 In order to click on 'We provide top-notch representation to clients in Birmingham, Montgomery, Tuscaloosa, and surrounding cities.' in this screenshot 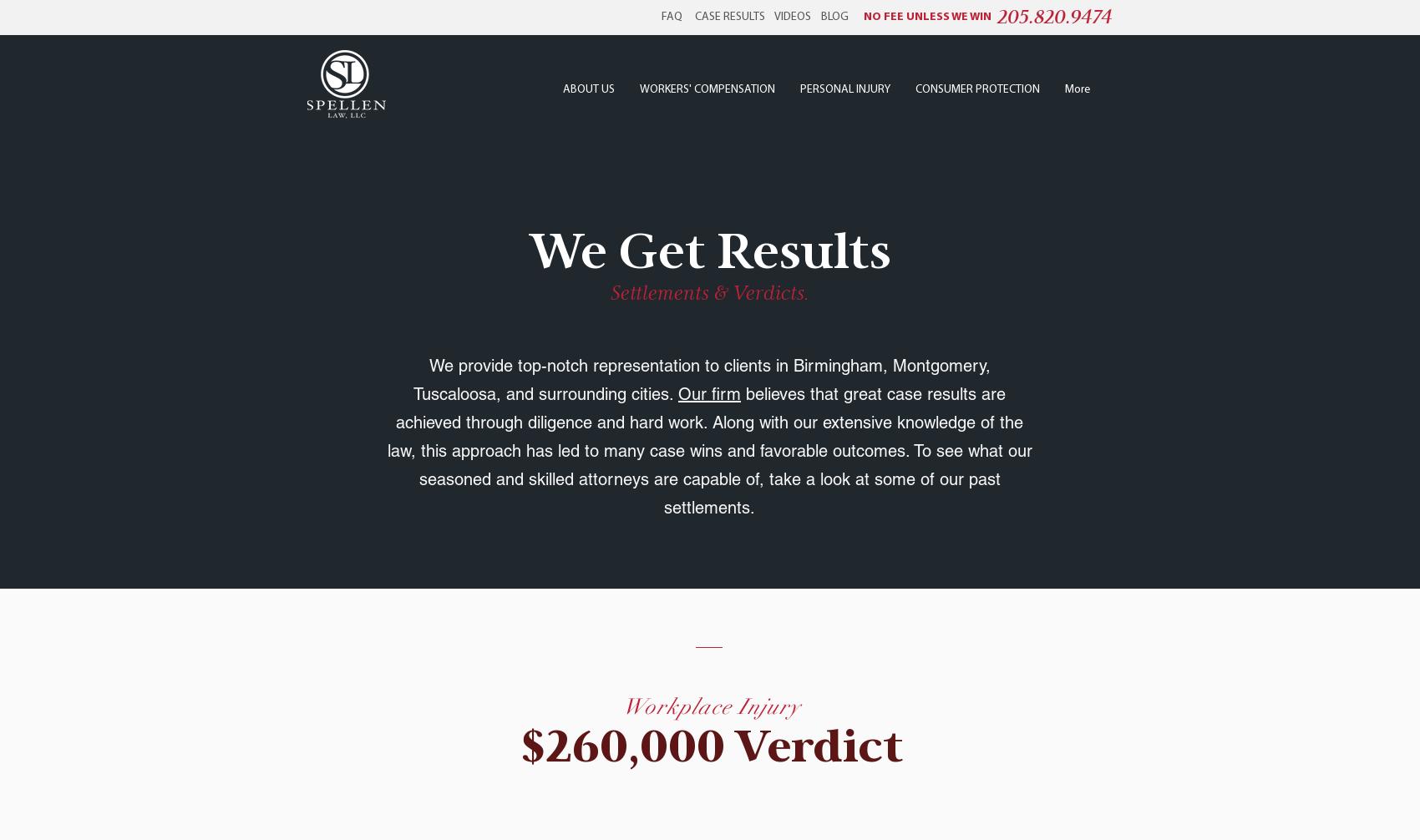, I will do `click(700, 379)`.